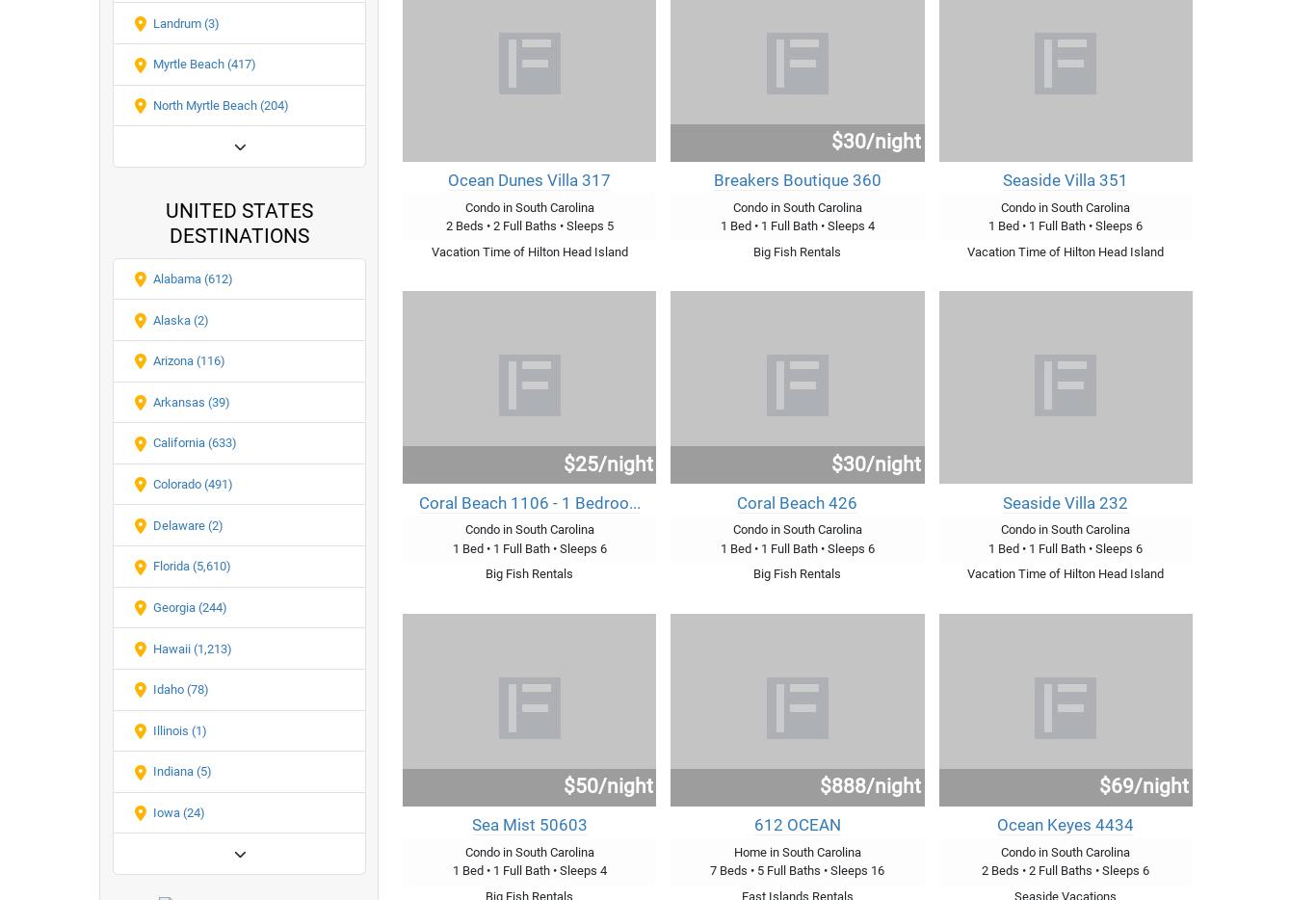  Describe the element at coordinates (626, 159) in the screenshot. I see `'Terms of Service'` at that location.